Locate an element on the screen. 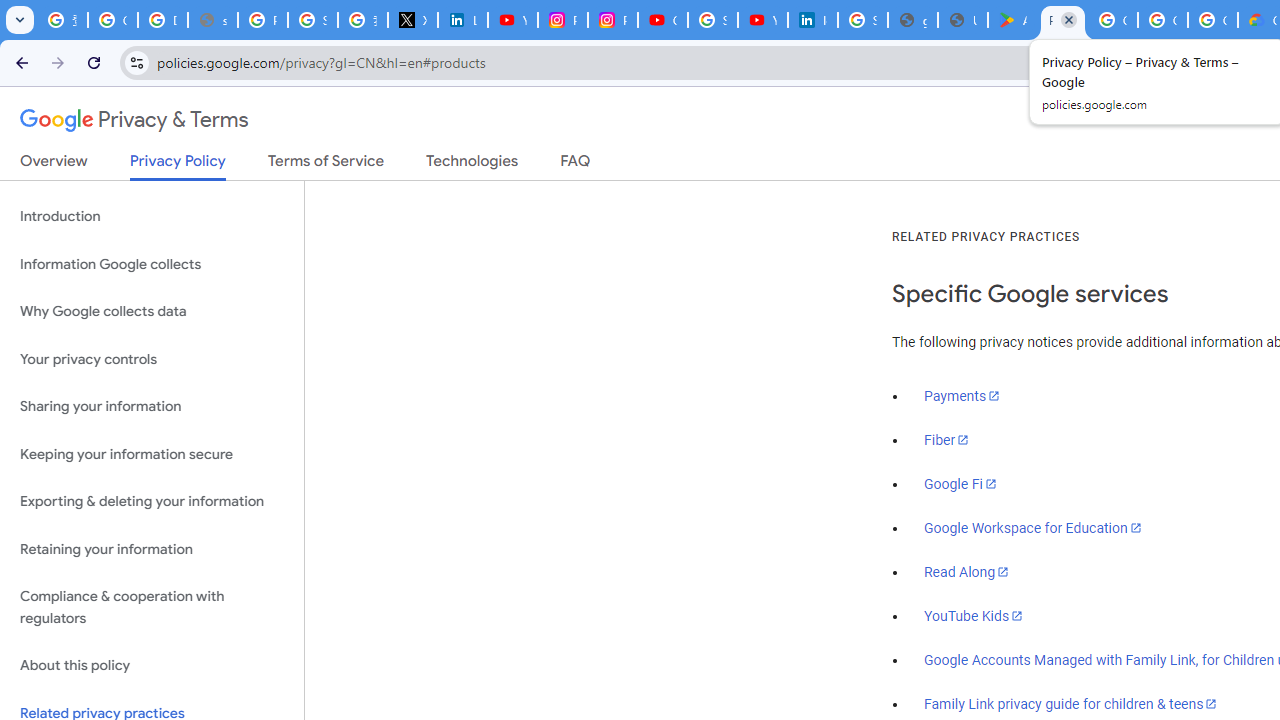 The height and width of the screenshot is (720, 1280). 'LinkedIn Privacy Policy' is located at coordinates (461, 20).